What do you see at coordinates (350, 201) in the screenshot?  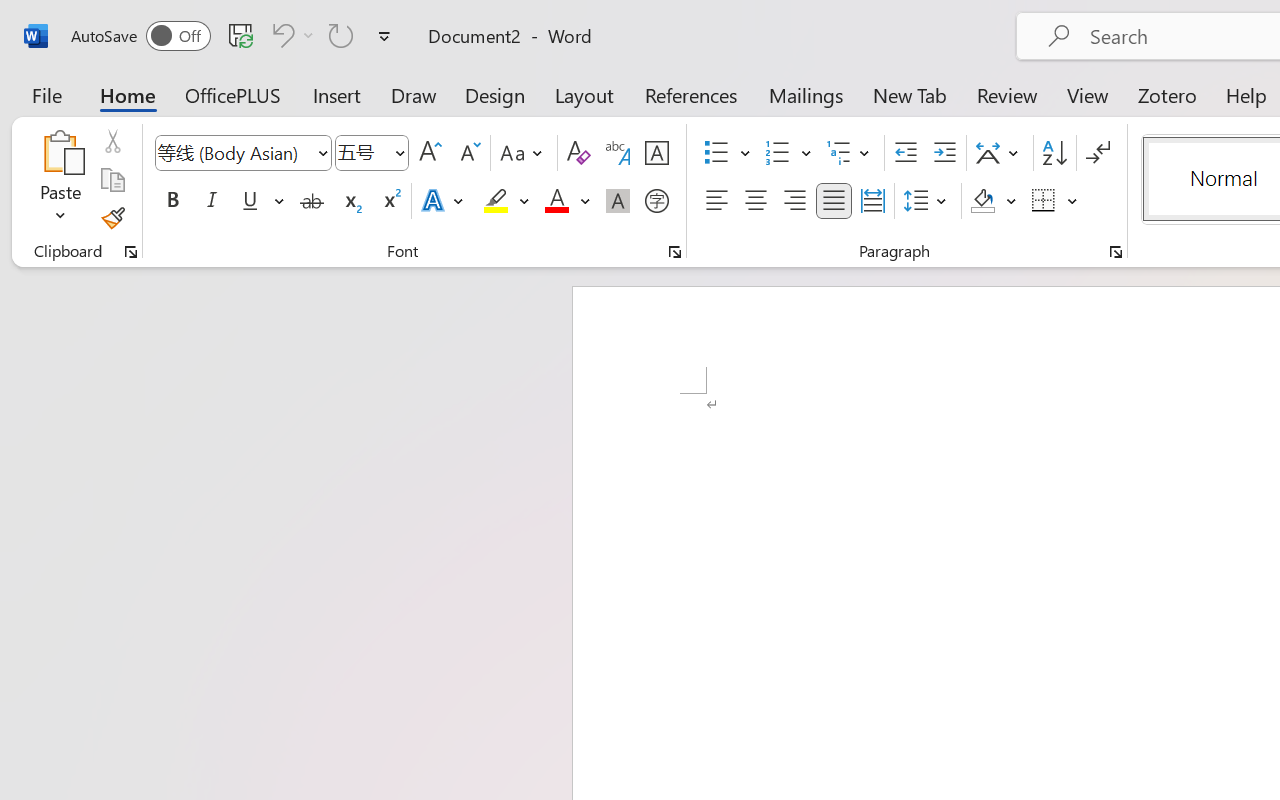 I see `'Subscript'` at bounding box center [350, 201].